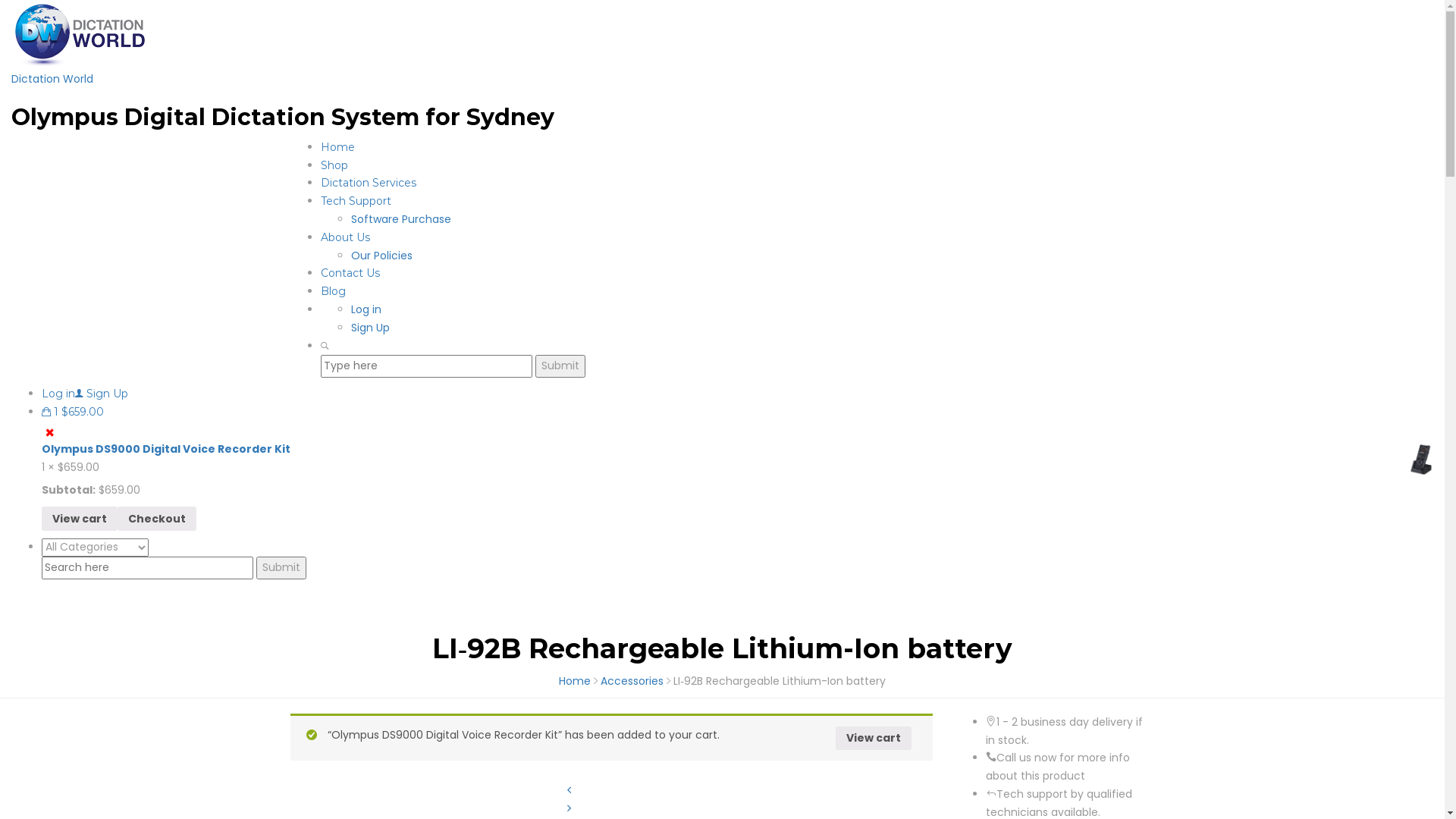  What do you see at coordinates (632, 680) in the screenshot?
I see `'Accessories'` at bounding box center [632, 680].